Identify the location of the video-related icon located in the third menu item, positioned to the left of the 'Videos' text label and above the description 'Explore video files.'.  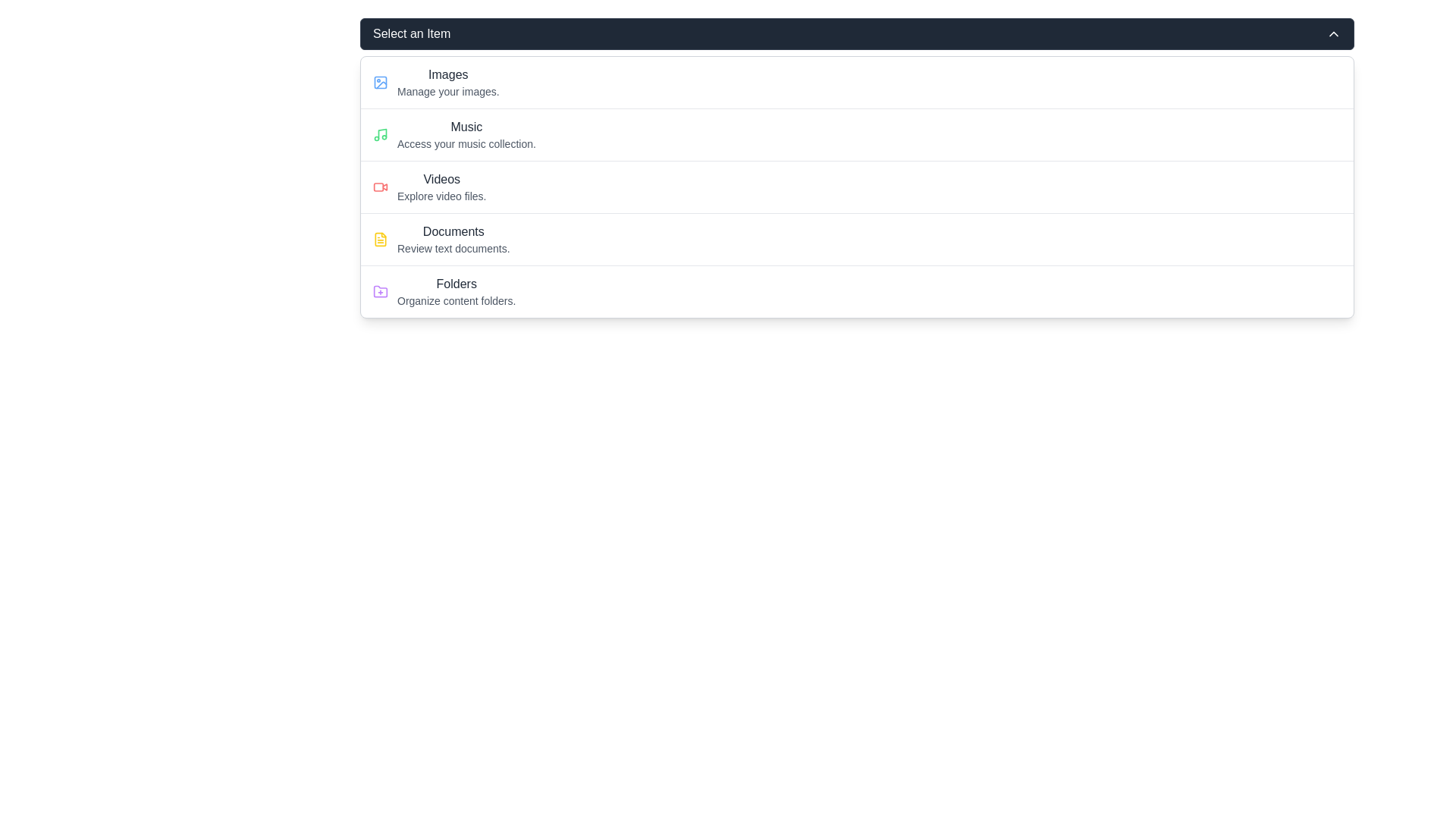
(381, 186).